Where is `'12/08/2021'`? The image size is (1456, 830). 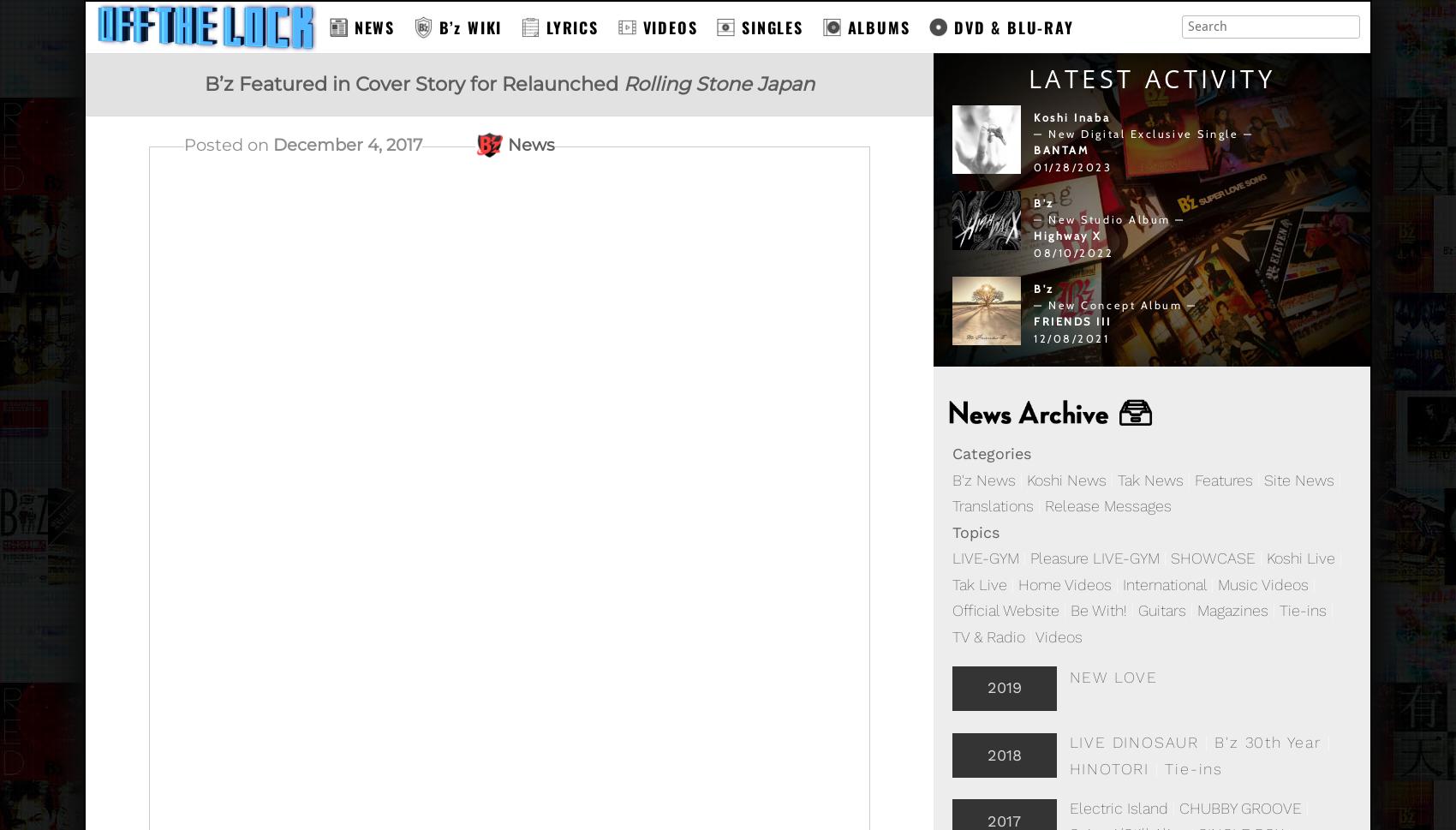
'12/08/2021' is located at coordinates (1033, 337).